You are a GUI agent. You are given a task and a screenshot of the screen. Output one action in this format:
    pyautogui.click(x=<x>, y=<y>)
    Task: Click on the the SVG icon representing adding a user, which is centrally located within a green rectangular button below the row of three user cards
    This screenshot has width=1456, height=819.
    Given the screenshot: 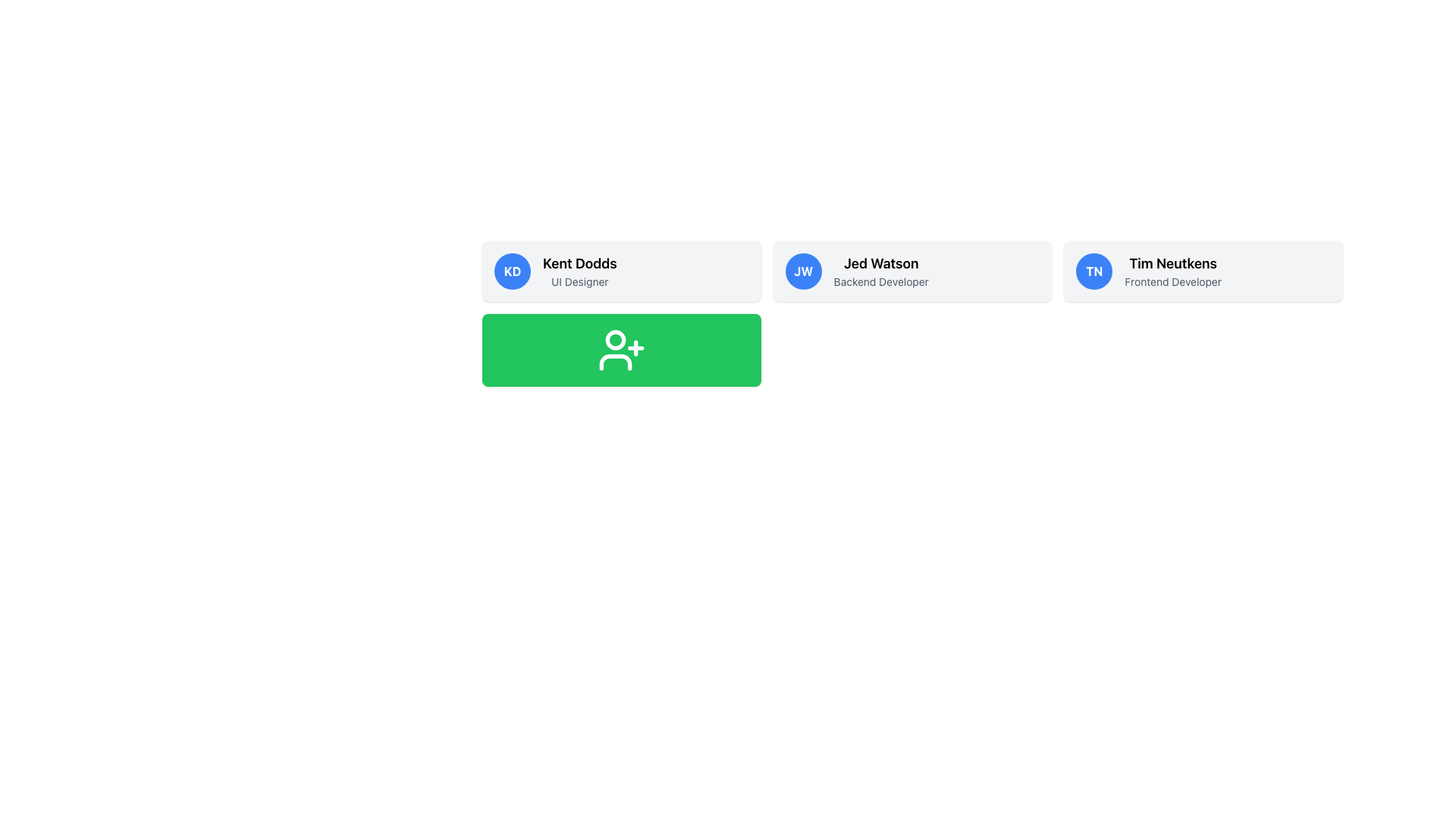 What is the action you would take?
    pyautogui.click(x=621, y=350)
    